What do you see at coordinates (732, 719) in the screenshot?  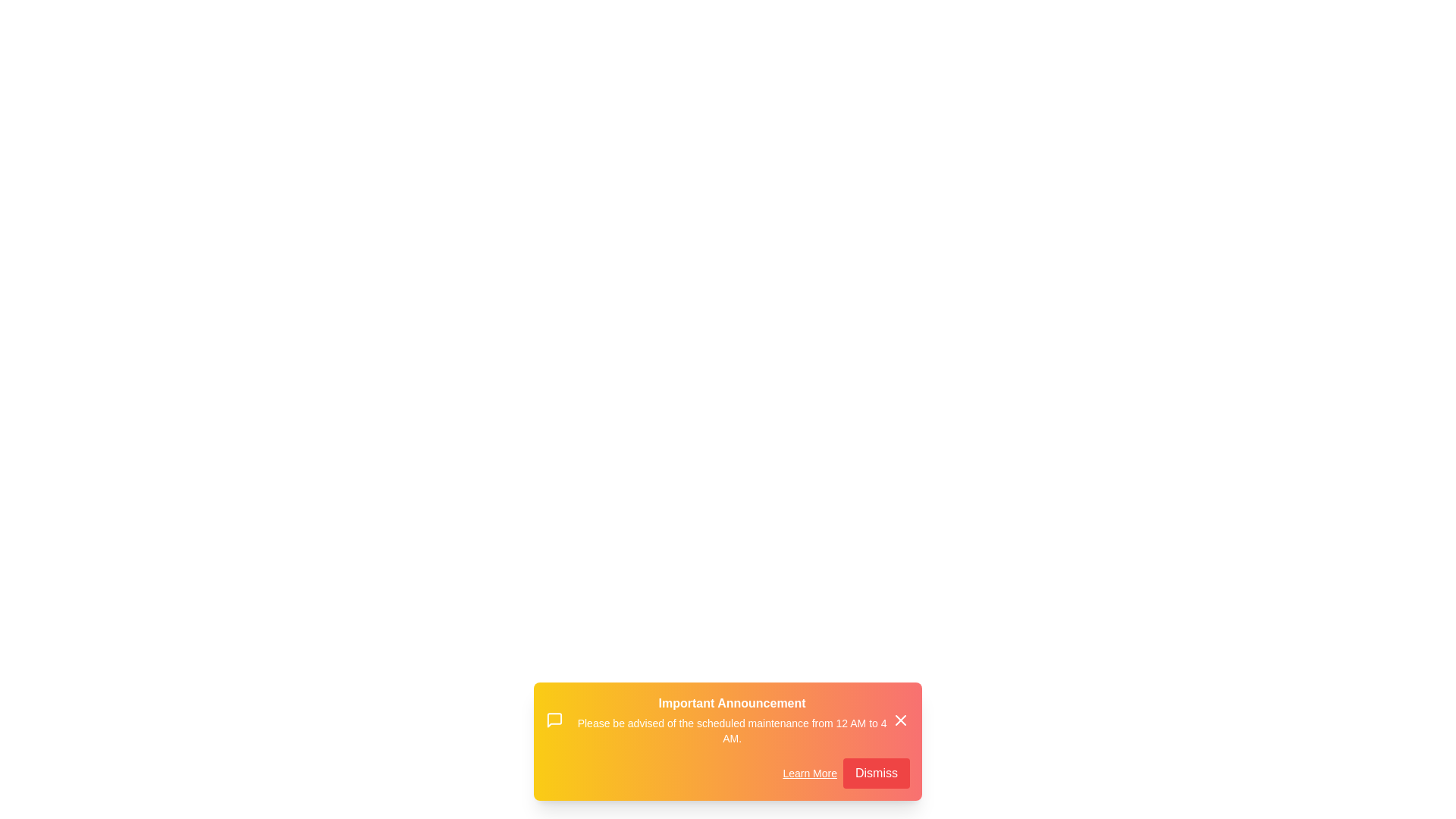 I see `the Text Block that informs the user about an important announcement regarding scheduled maintenance, located to the right of an icon and above the 'Learn More' and 'Dismiss' buttons` at bounding box center [732, 719].